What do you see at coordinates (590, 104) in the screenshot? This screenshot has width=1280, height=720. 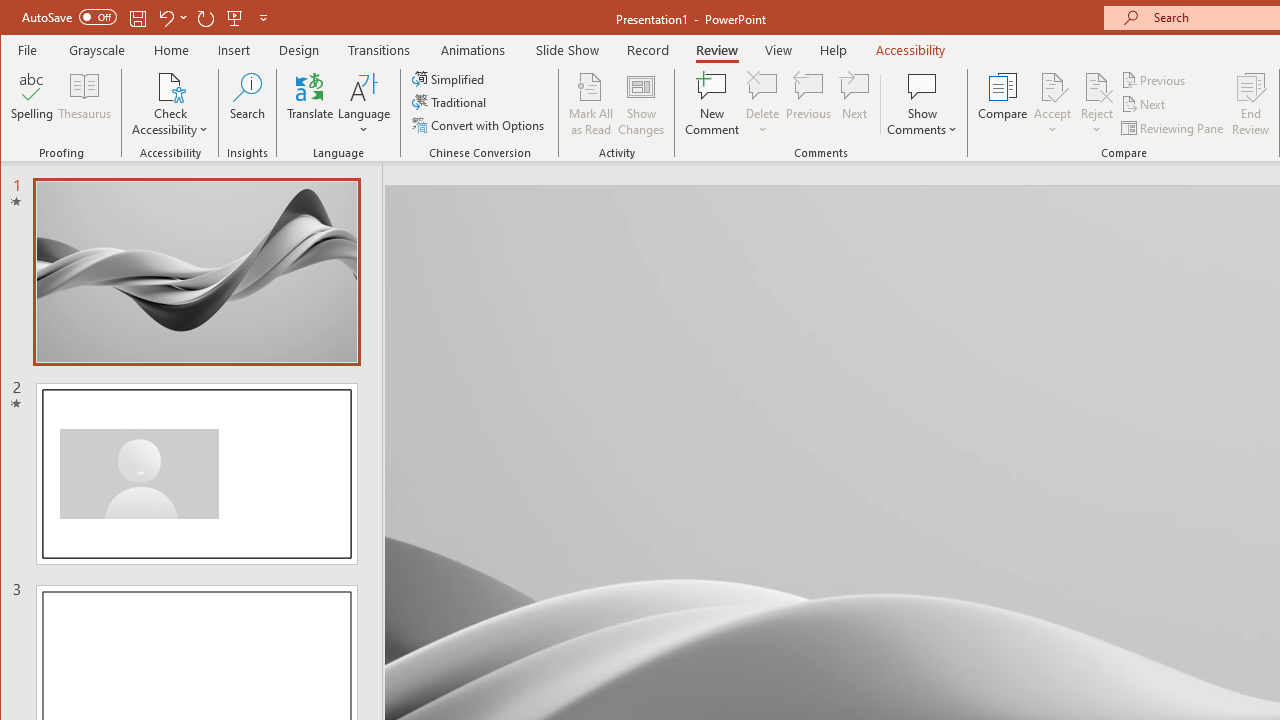 I see `'Mark All as Read'` at bounding box center [590, 104].